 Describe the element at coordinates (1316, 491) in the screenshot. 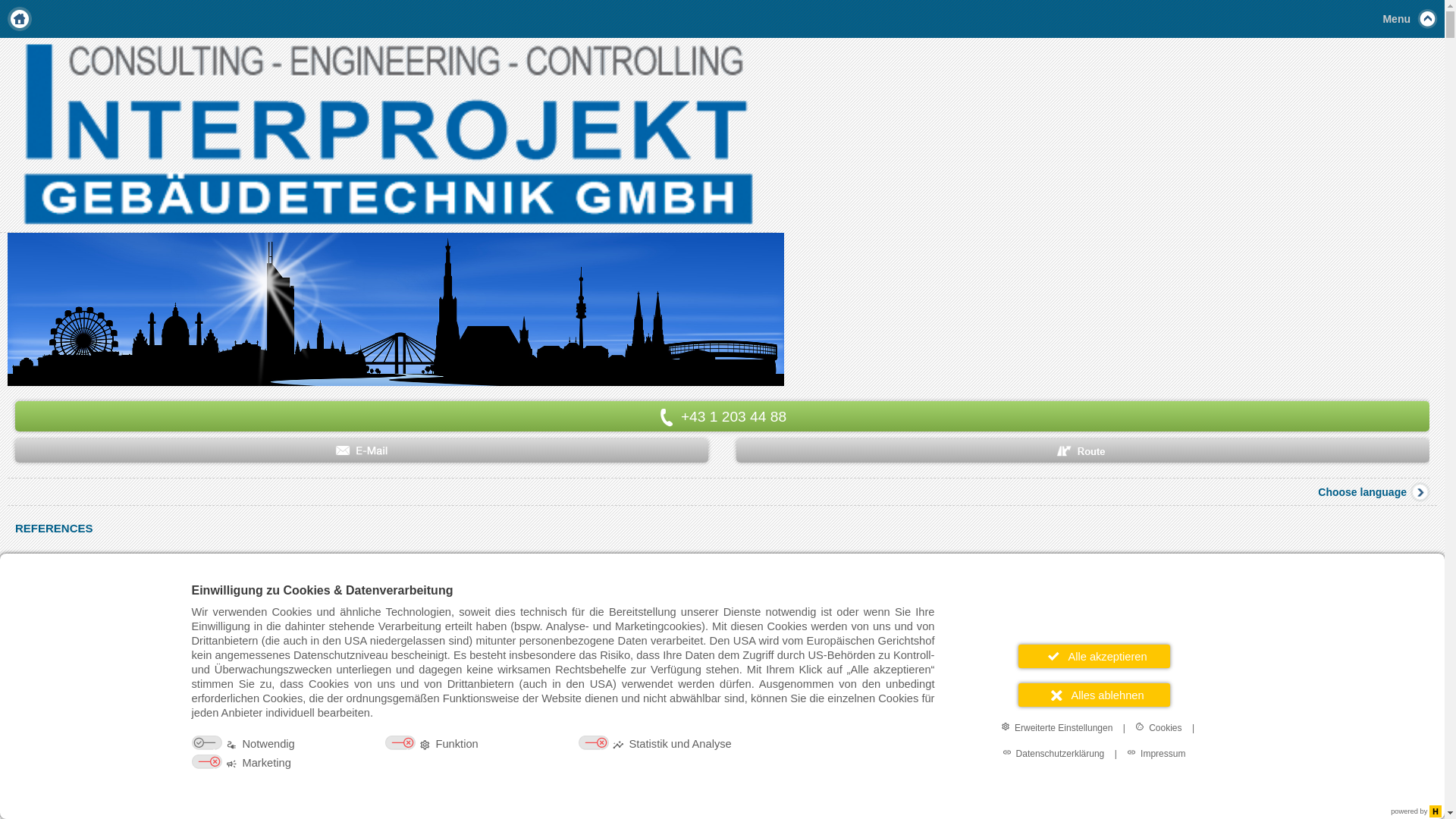

I see `'Choose language'` at that location.